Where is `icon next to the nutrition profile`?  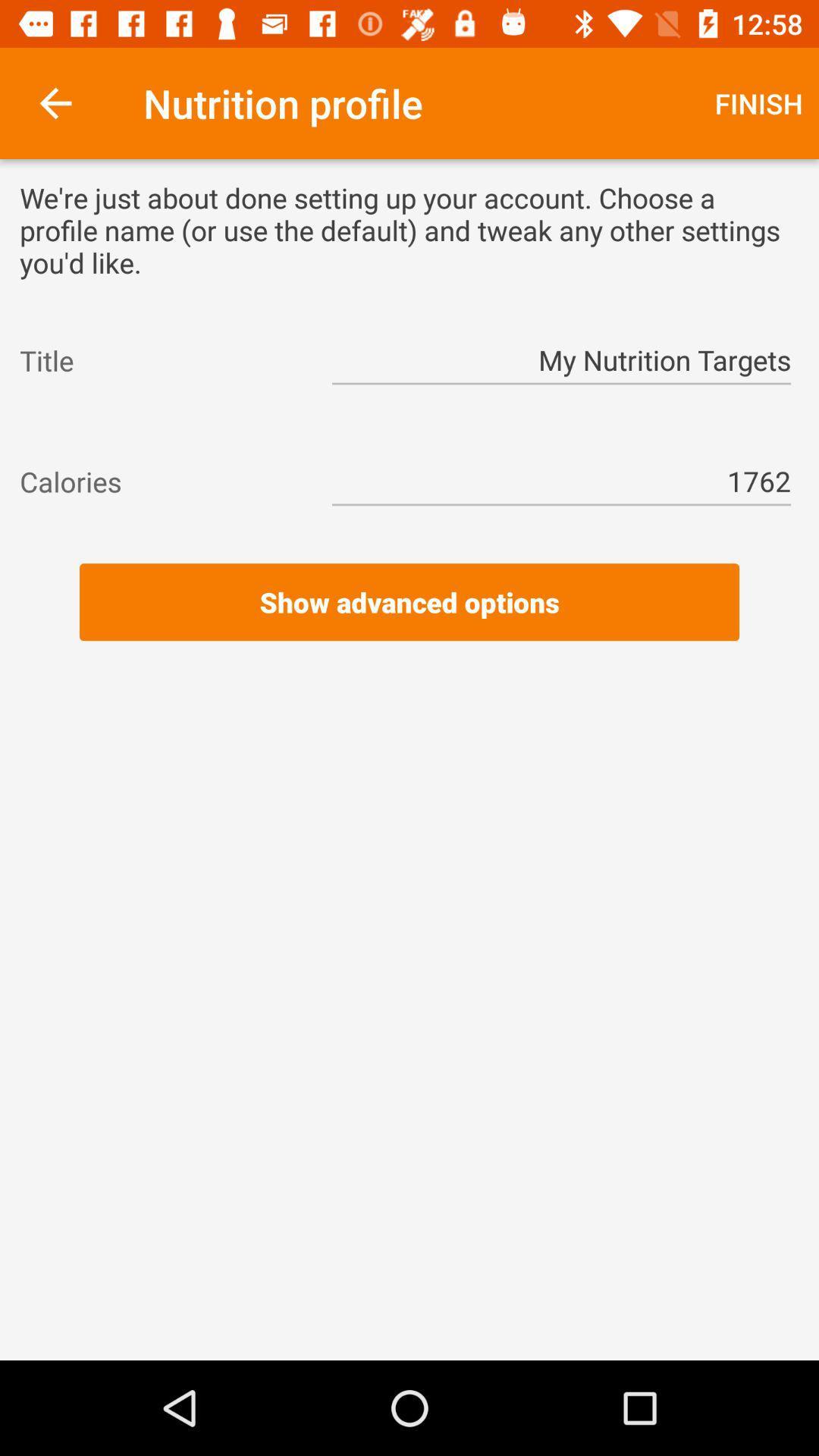 icon next to the nutrition profile is located at coordinates (55, 102).